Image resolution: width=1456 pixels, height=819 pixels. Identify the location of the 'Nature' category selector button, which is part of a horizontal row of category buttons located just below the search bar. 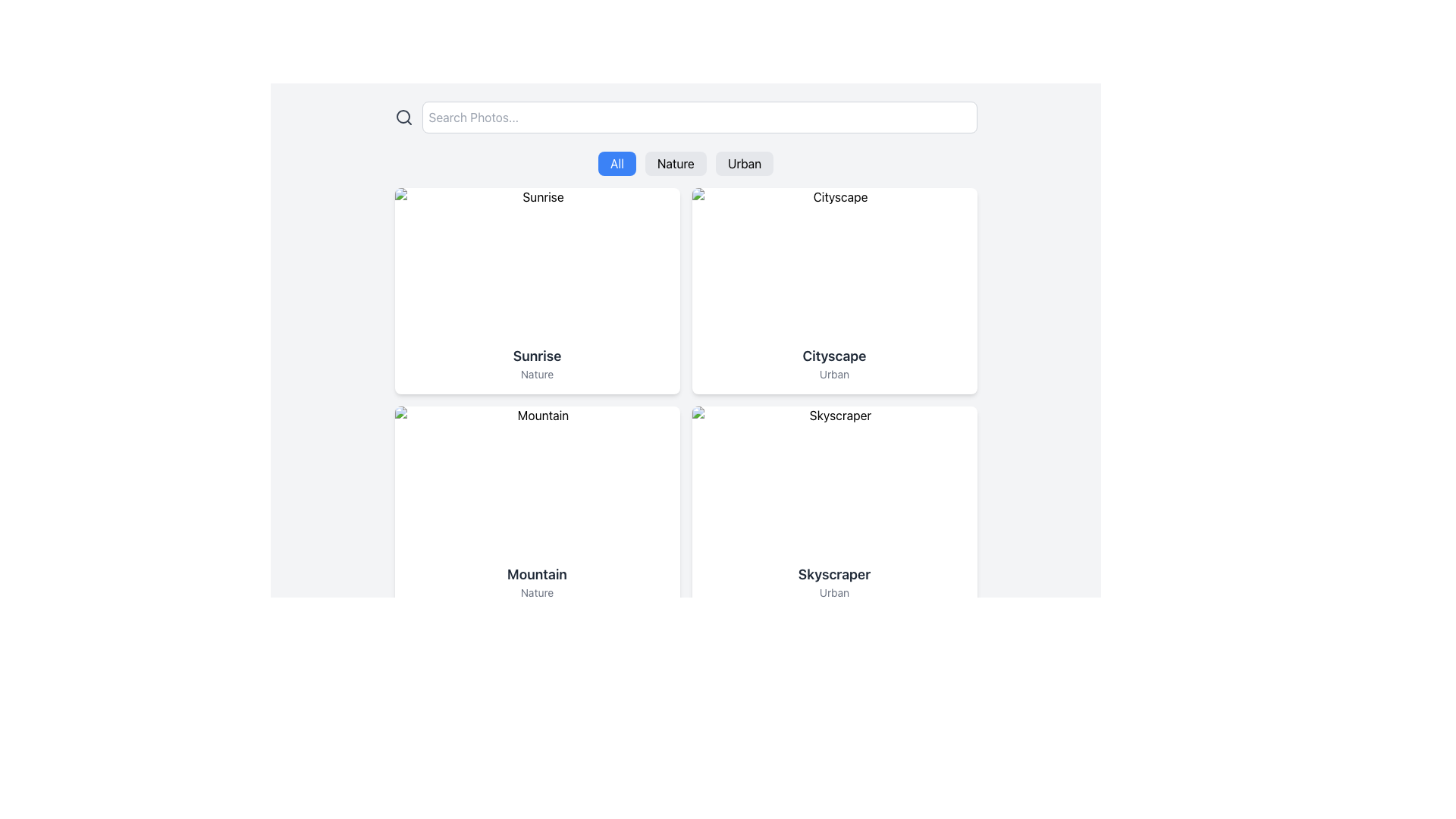
(685, 164).